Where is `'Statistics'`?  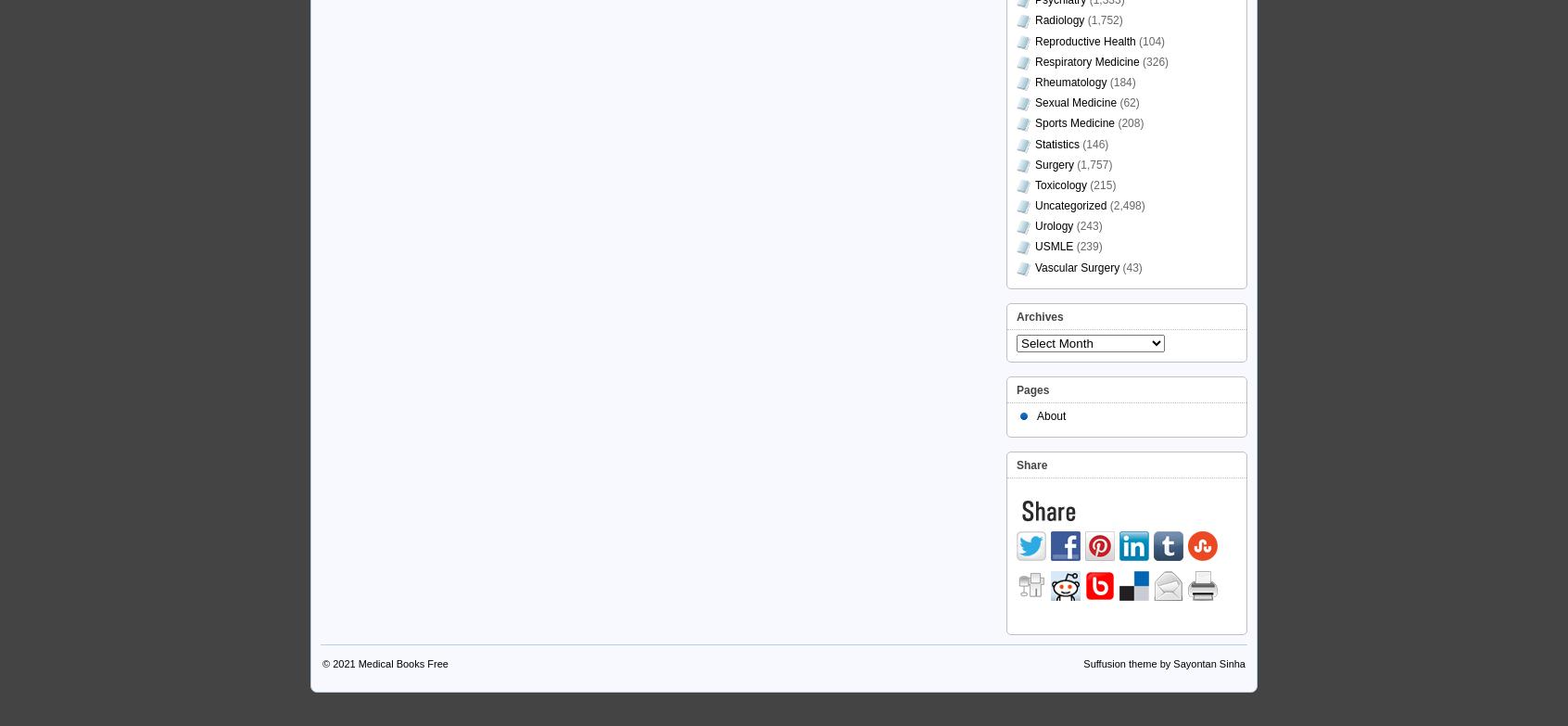
'Statistics' is located at coordinates (1056, 144).